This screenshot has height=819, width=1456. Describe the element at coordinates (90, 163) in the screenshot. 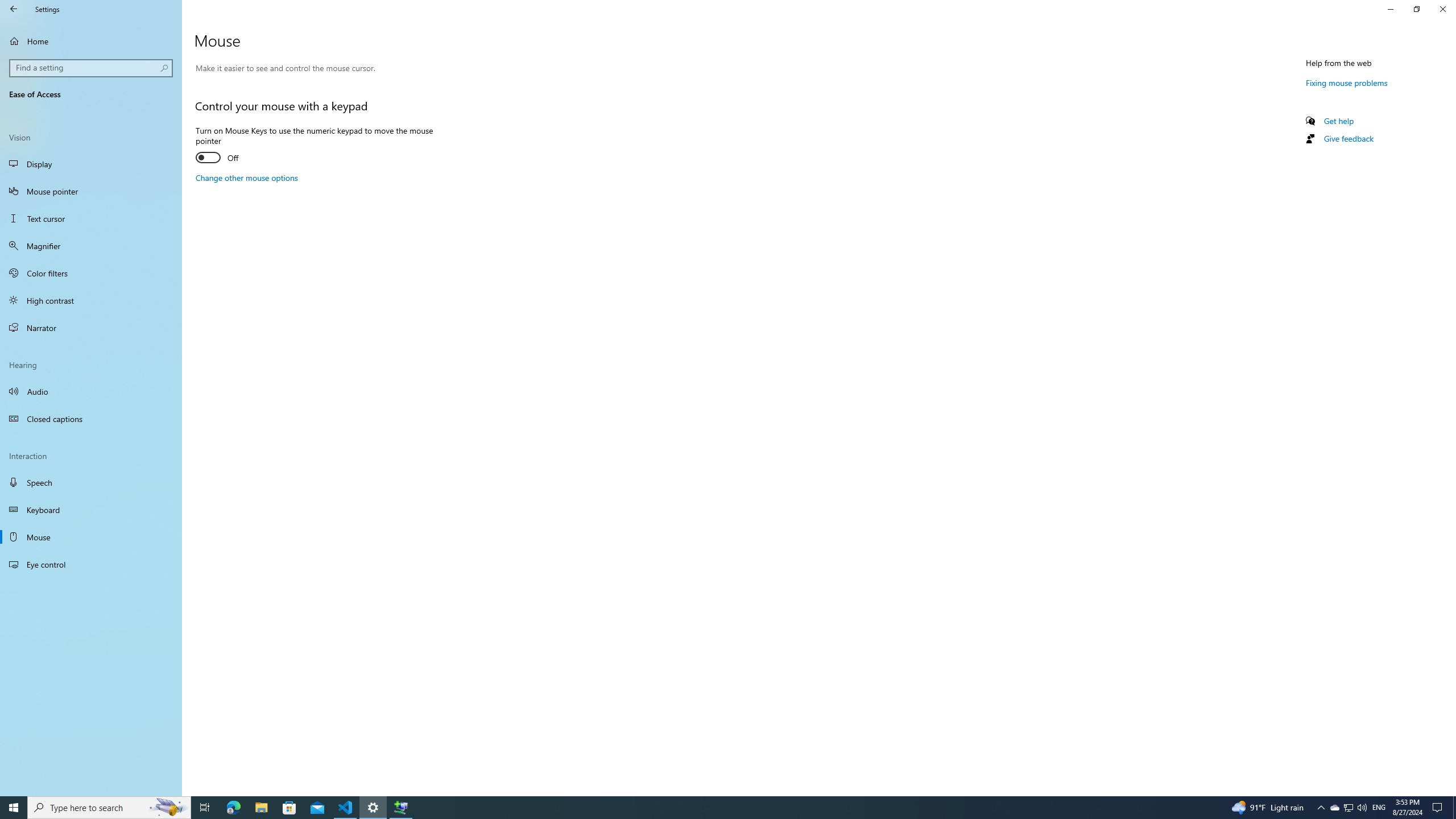

I see `'Display'` at that location.